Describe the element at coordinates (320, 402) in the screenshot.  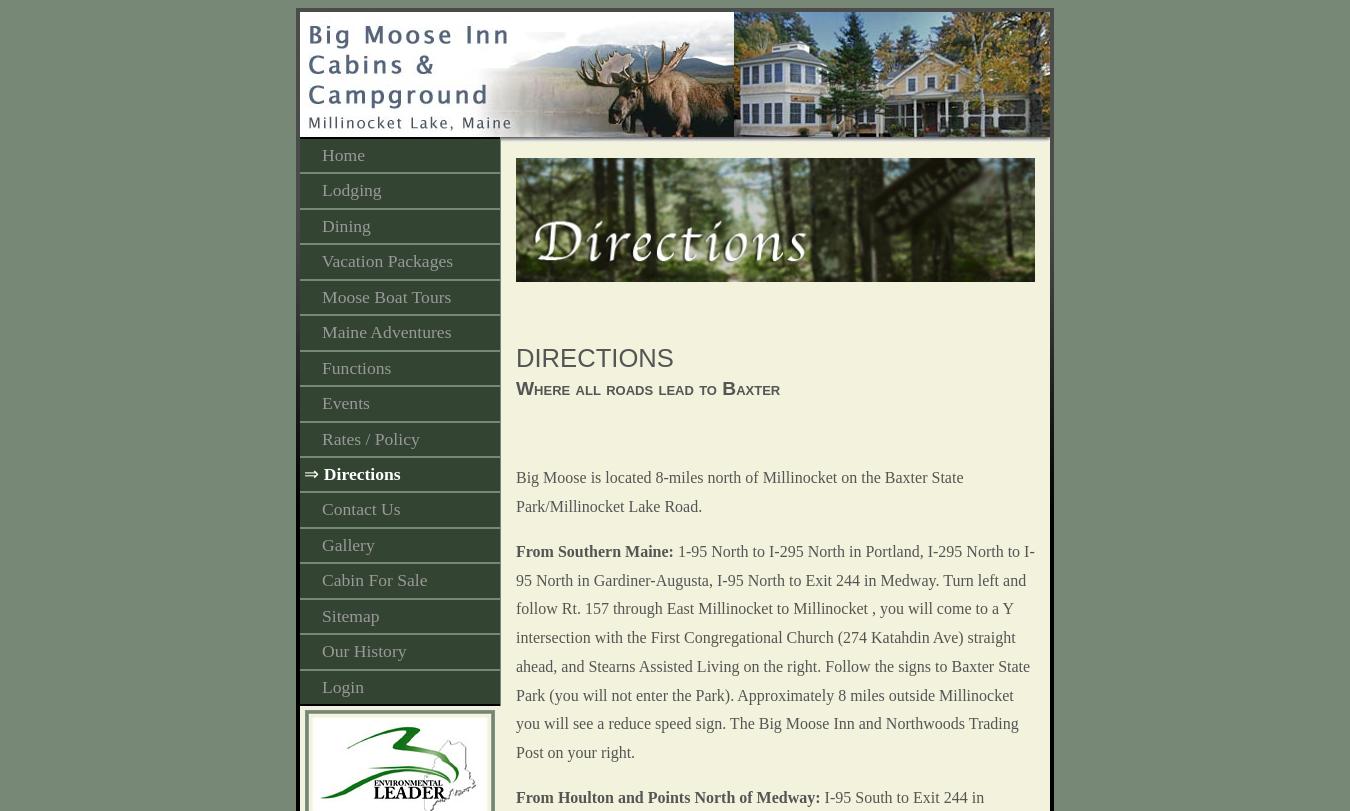
I see `'Events'` at that location.